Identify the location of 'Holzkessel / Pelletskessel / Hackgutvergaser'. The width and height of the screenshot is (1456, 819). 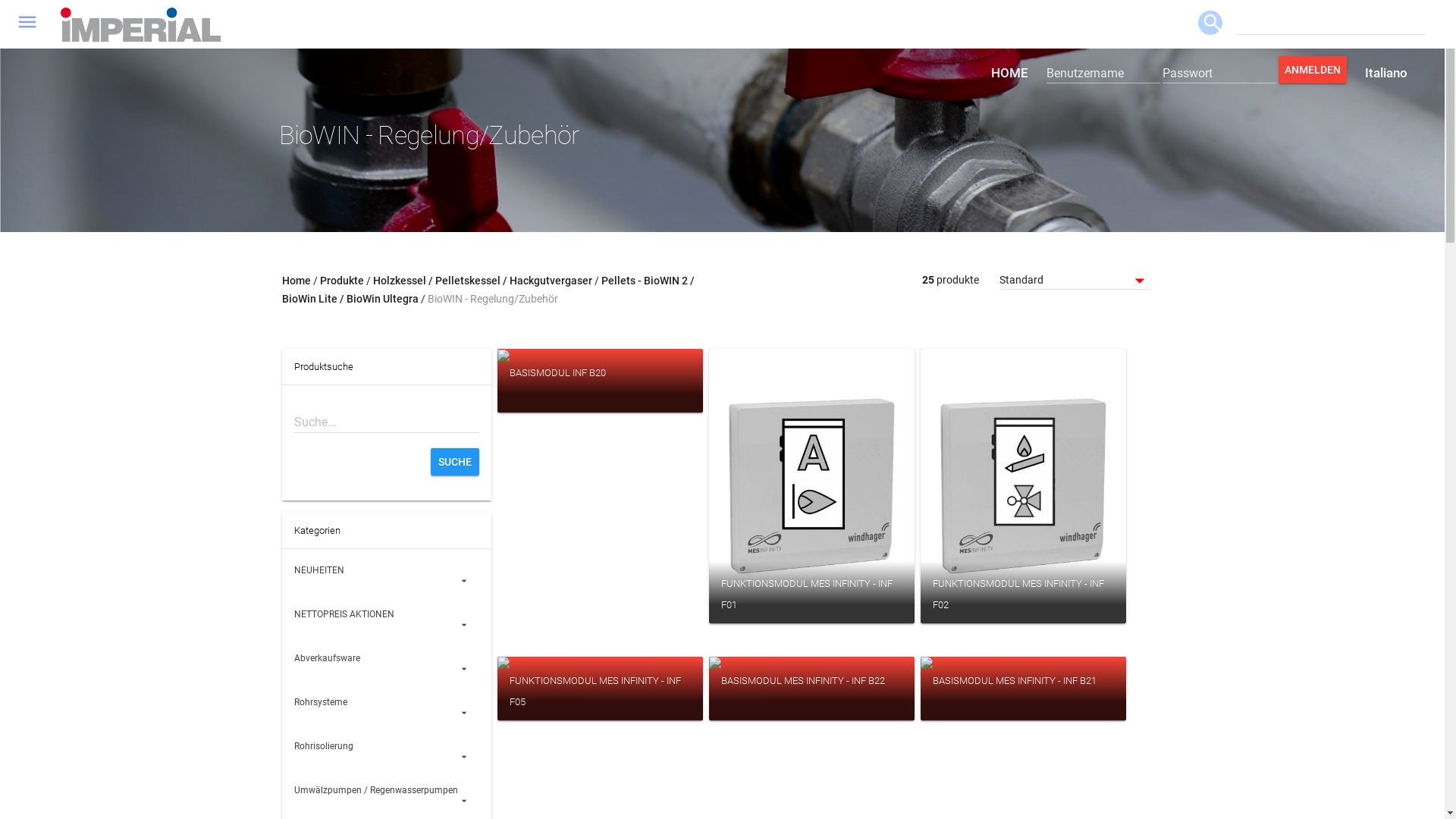
(482, 281).